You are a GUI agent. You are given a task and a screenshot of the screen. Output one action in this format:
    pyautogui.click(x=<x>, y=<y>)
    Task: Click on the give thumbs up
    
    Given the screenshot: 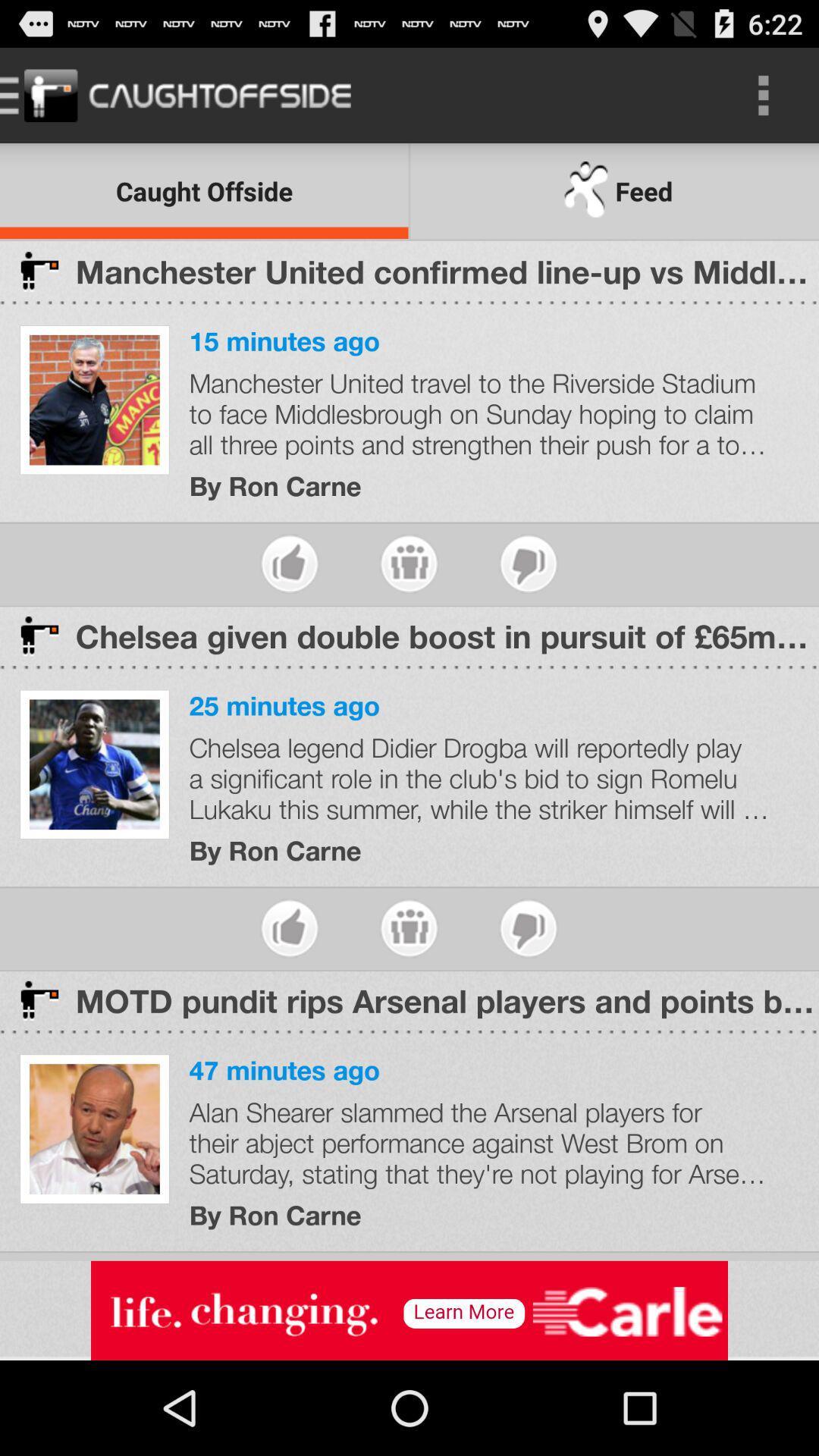 What is the action you would take?
    pyautogui.click(x=290, y=563)
    